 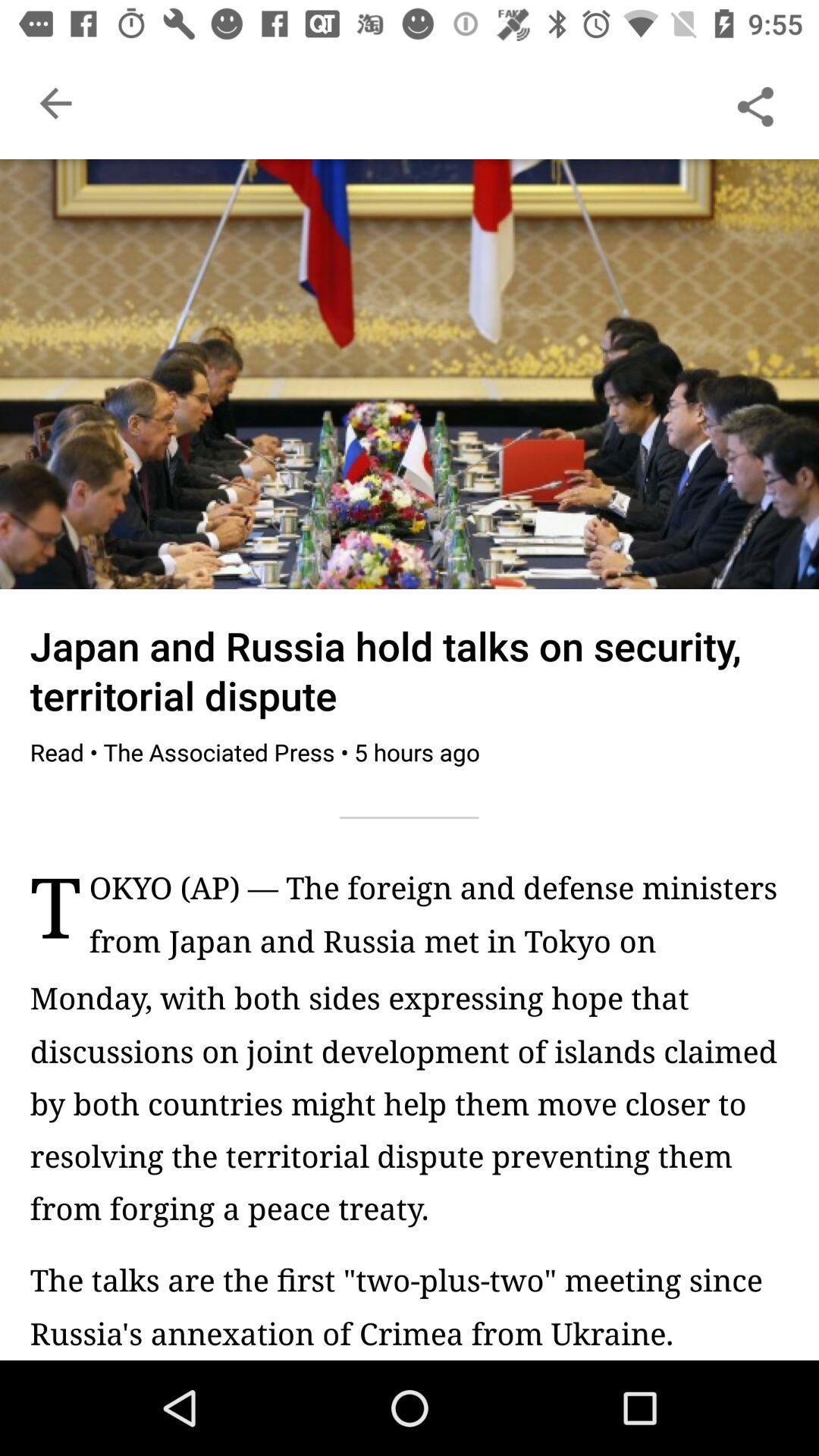 I want to click on the item at the top right corner, so click(x=755, y=102).